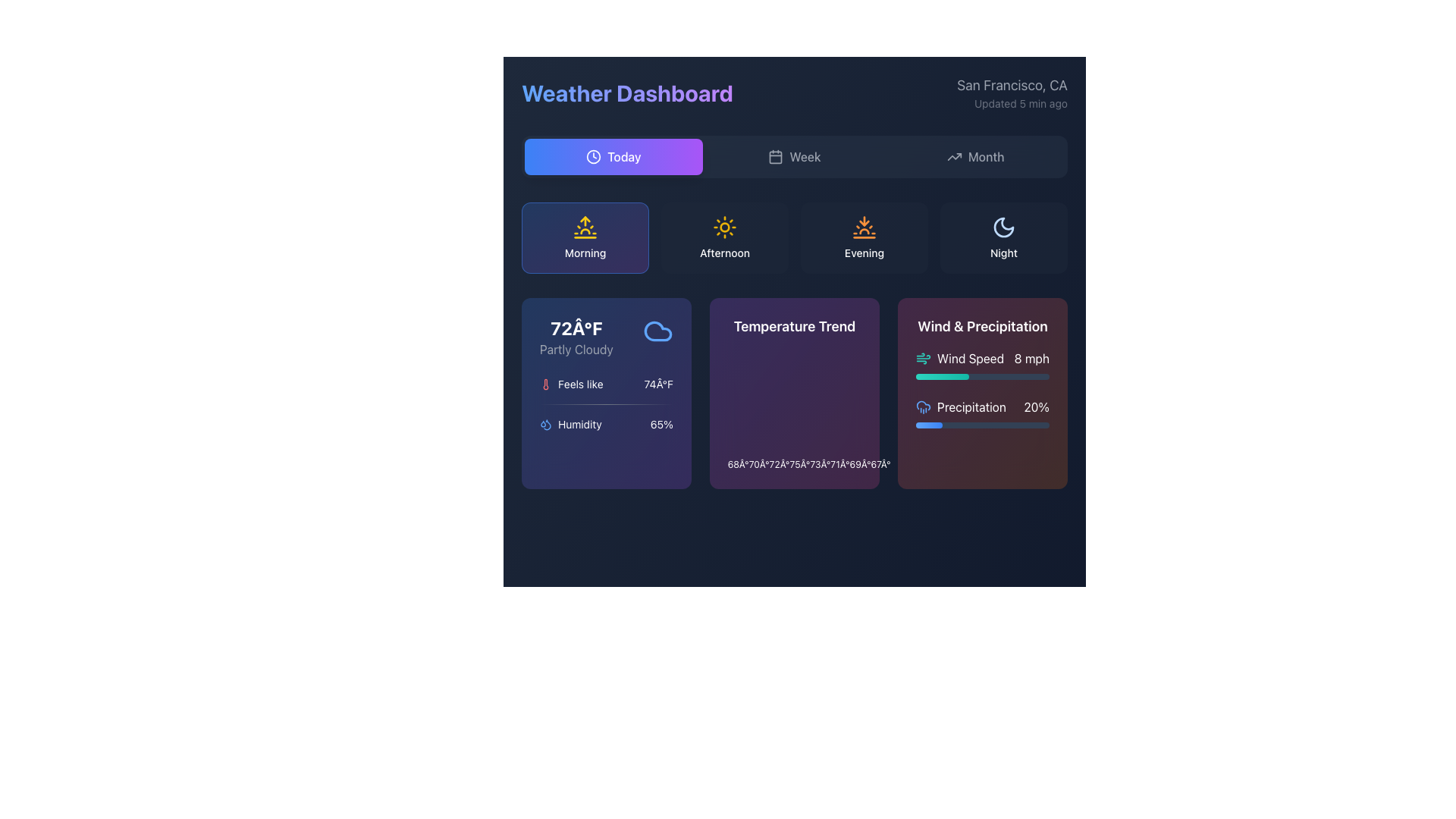 The image size is (1456, 819). I want to click on value displayed in the text label element showing '72Â°', which is located within the 'Temperature Trend' widget and is the fourth temperature value from the left, so click(780, 464).